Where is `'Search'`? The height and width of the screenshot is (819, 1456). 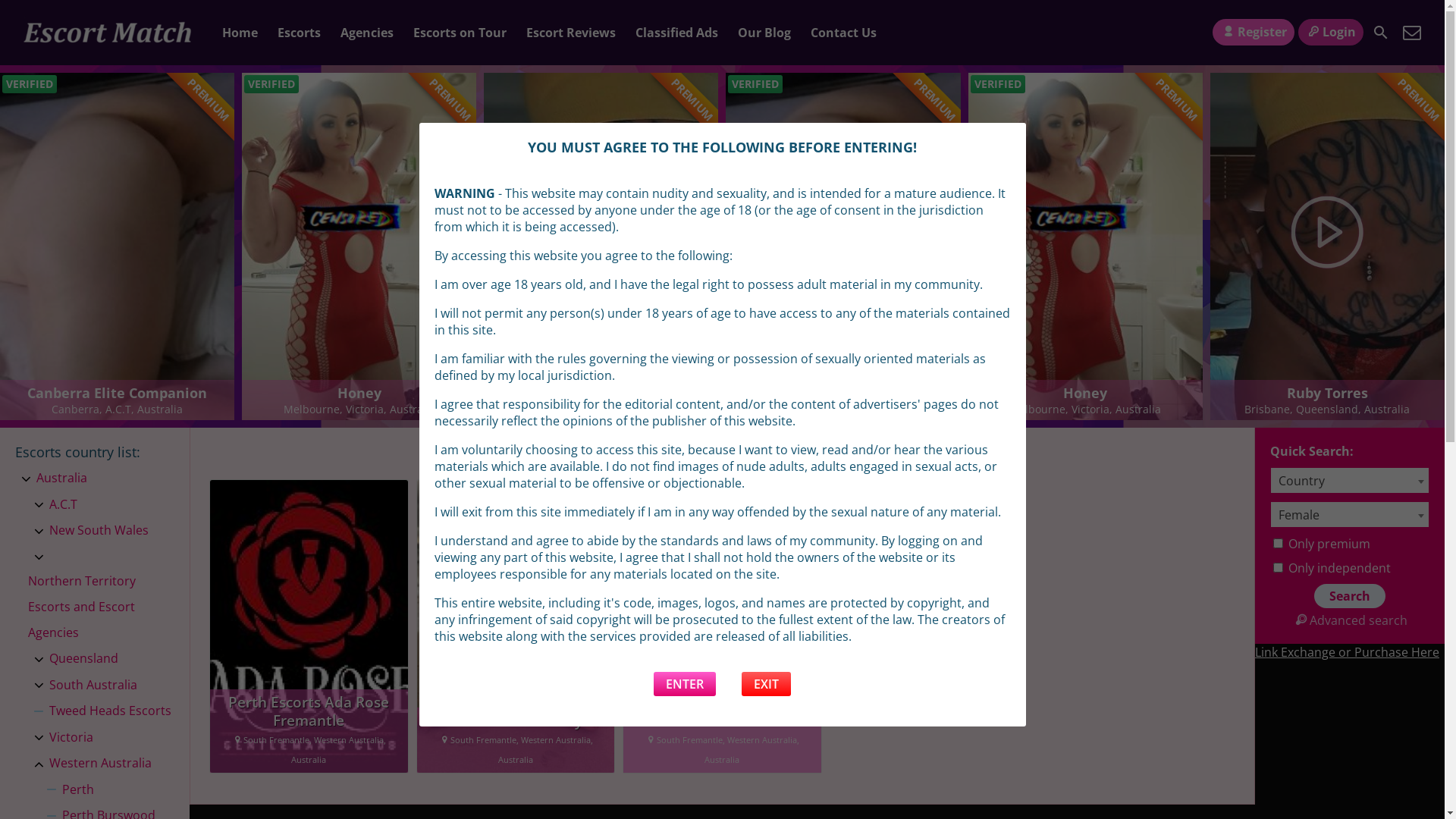
'Search' is located at coordinates (1350, 595).